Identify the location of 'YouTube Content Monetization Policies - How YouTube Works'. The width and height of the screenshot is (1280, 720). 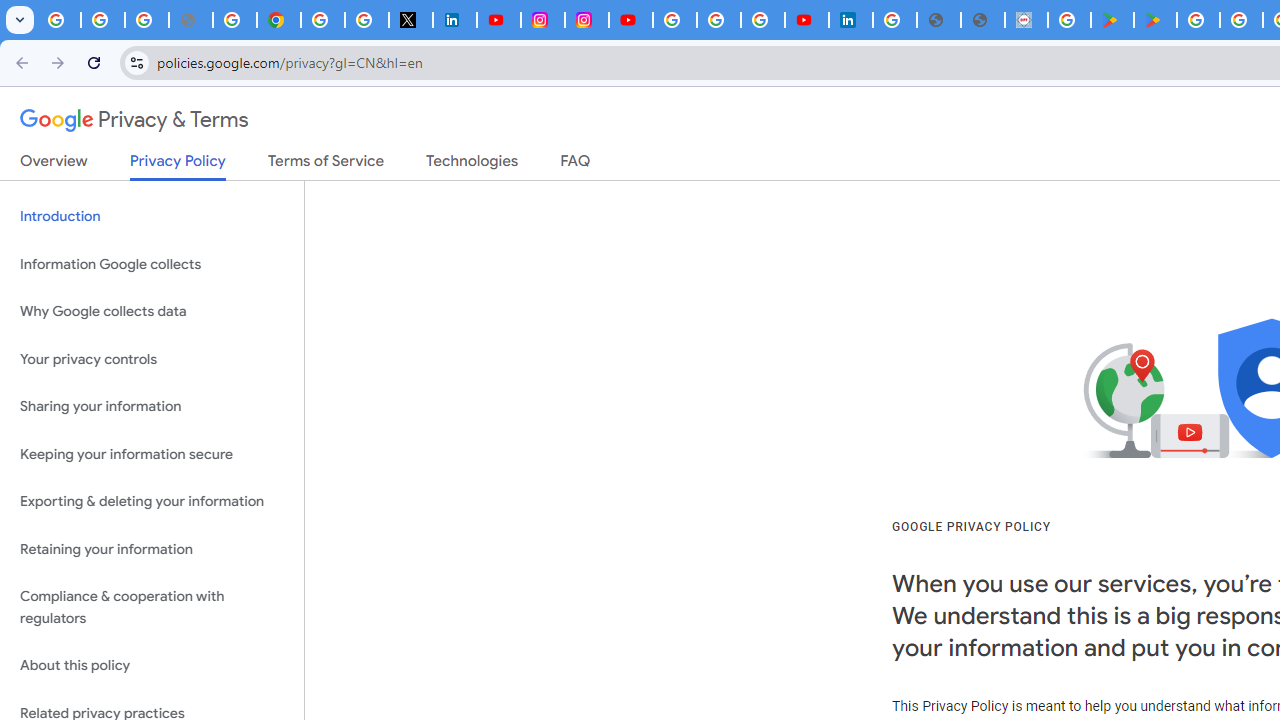
(499, 20).